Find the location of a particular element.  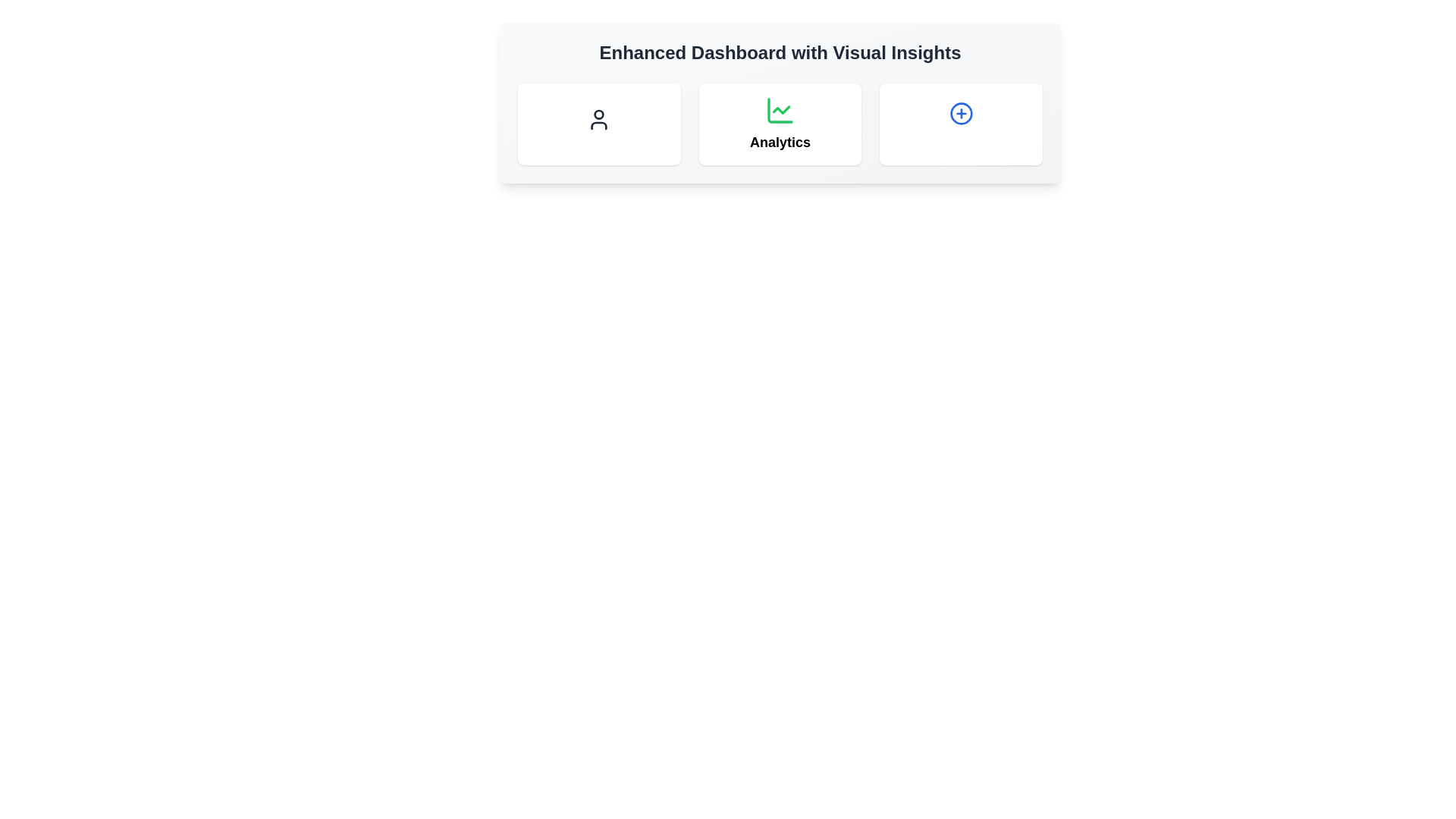

the user profile button is located at coordinates (598, 174).